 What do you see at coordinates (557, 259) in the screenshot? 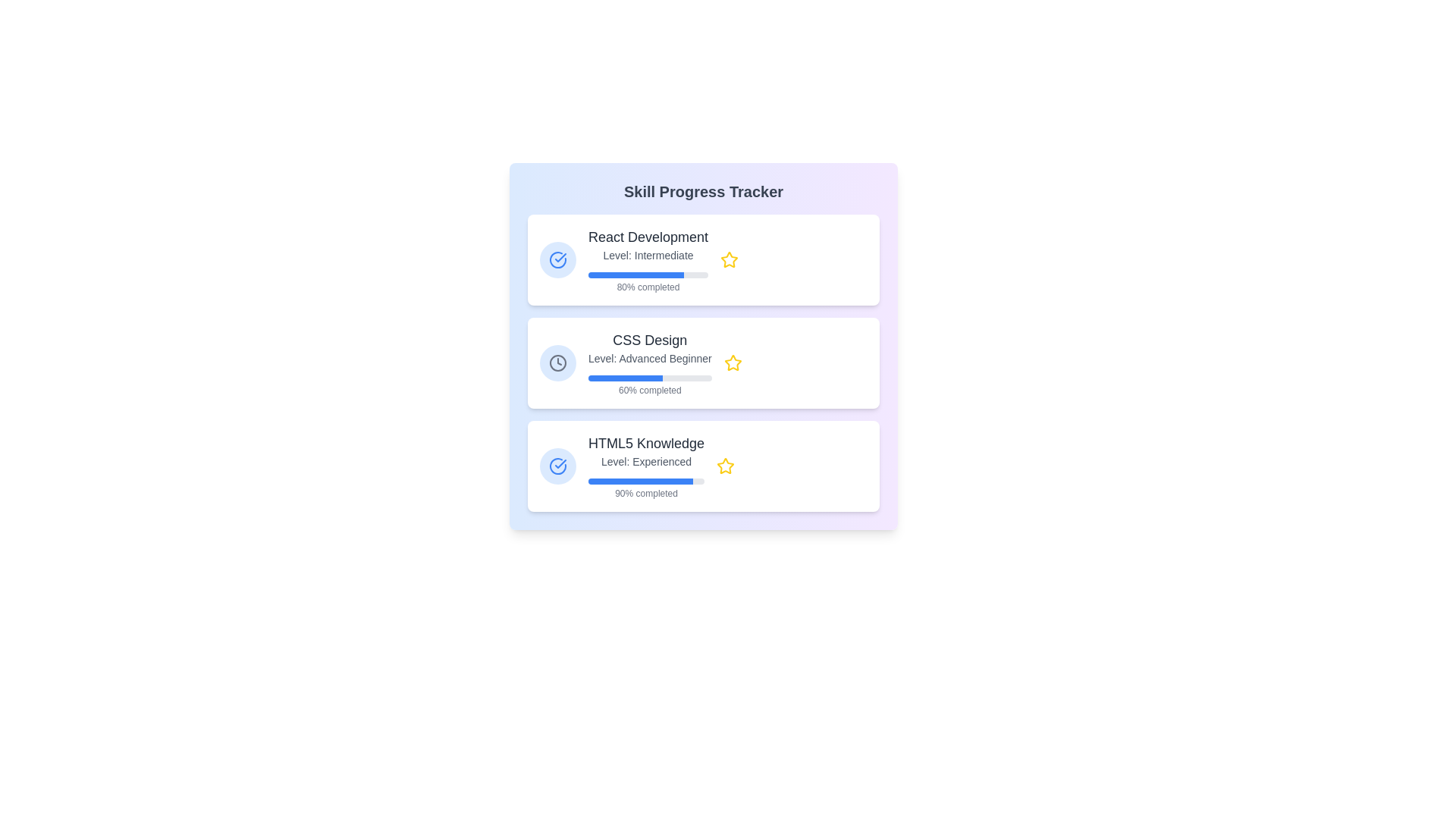
I see `the status indicator icon located to the left of the 'React Development' text label in the first item of the vertical list` at bounding box center [557, 259].